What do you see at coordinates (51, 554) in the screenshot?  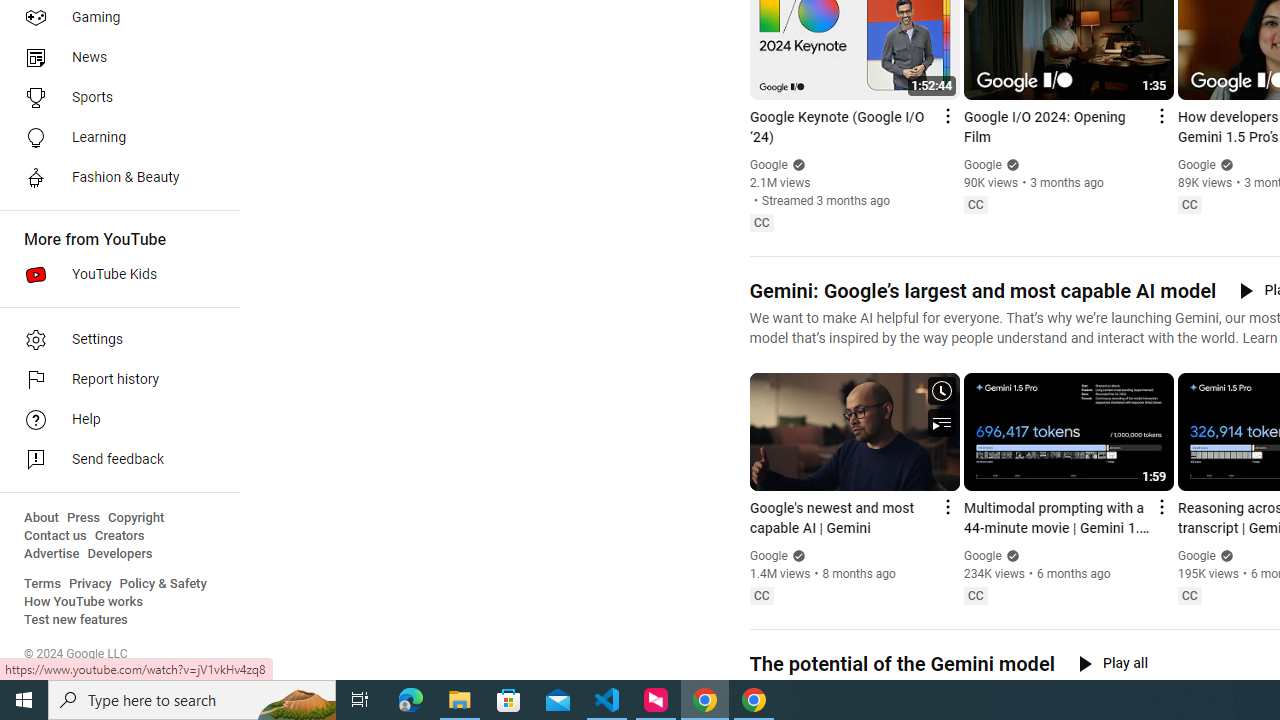 I see `'Advertise'` at bounding box center [51, 554].